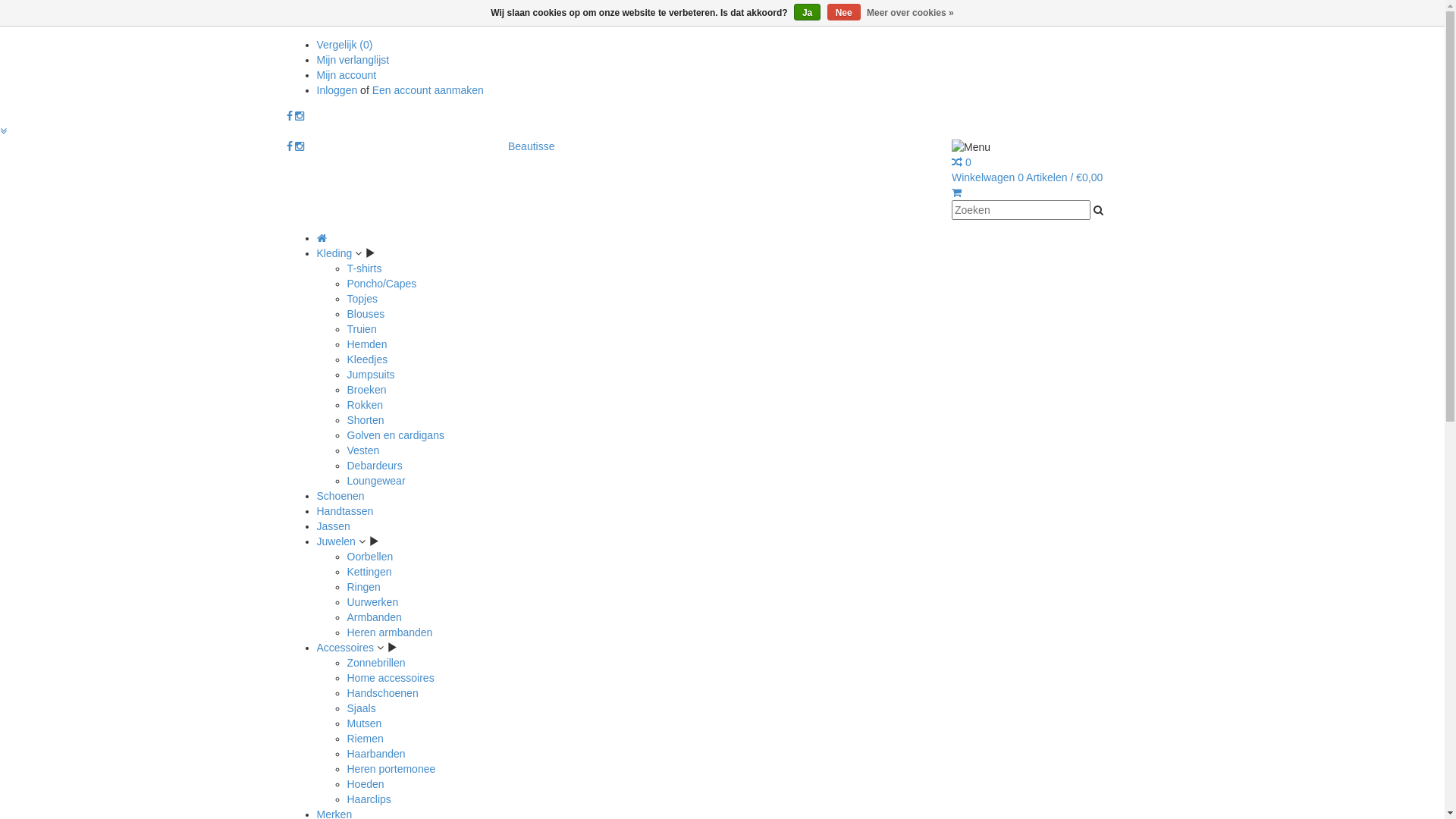  I want to click on 'Hoeden', so click(366, 783).